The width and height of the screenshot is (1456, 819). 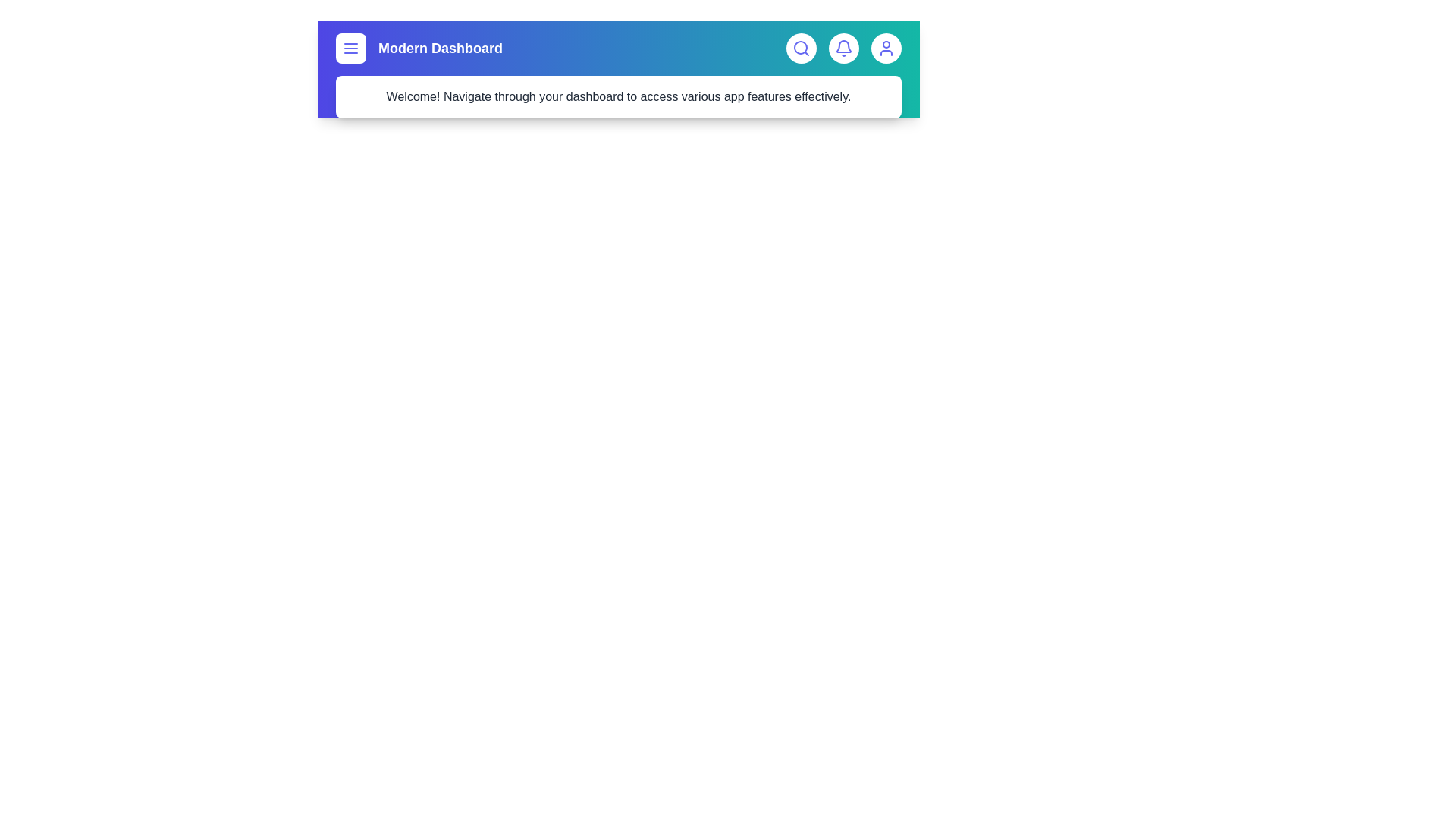 I want to click on the menu button to toggle the navigation menu, so click(x=350, y=48).